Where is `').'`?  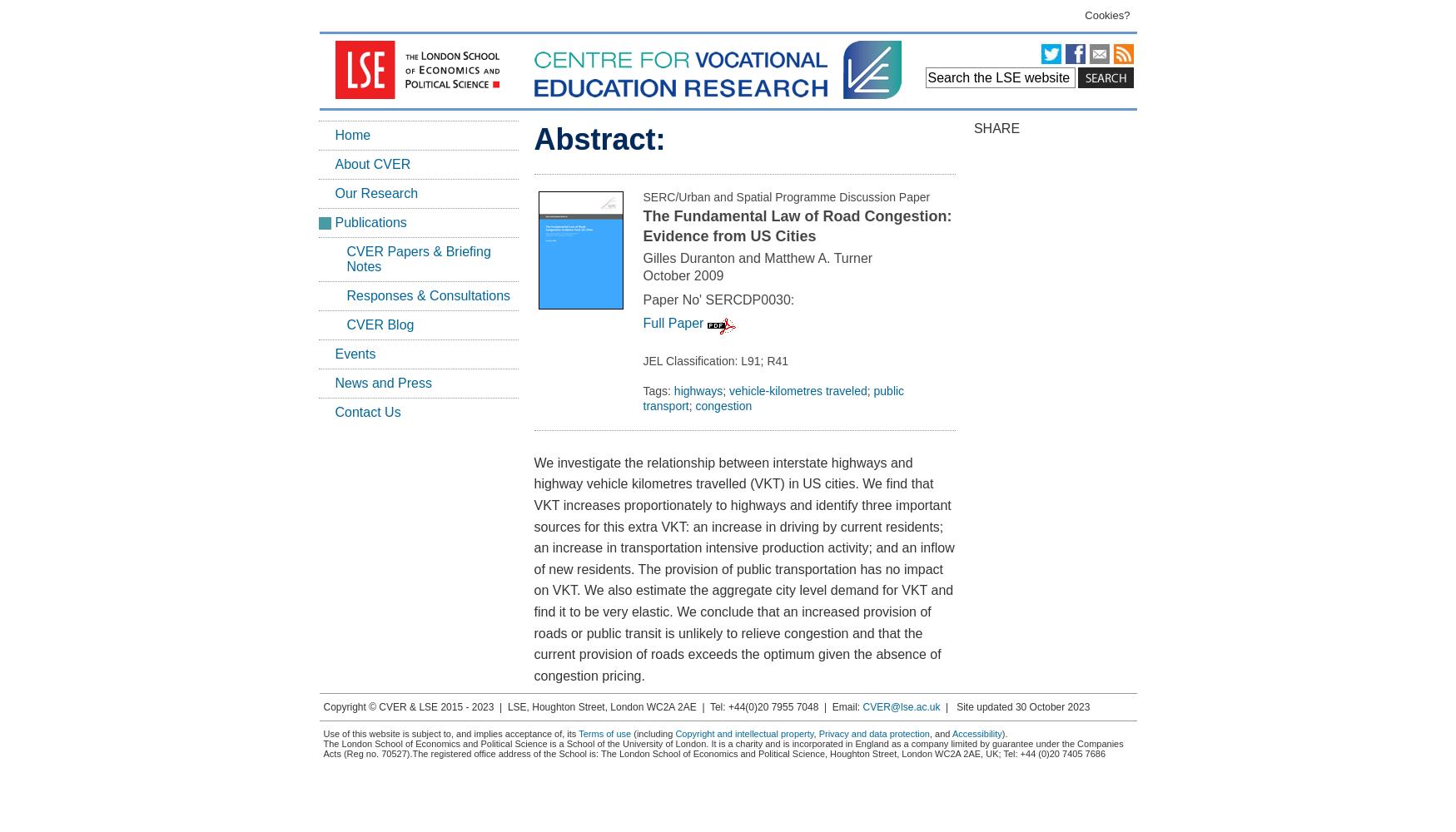
').' is located at coordinates (1004, 734).